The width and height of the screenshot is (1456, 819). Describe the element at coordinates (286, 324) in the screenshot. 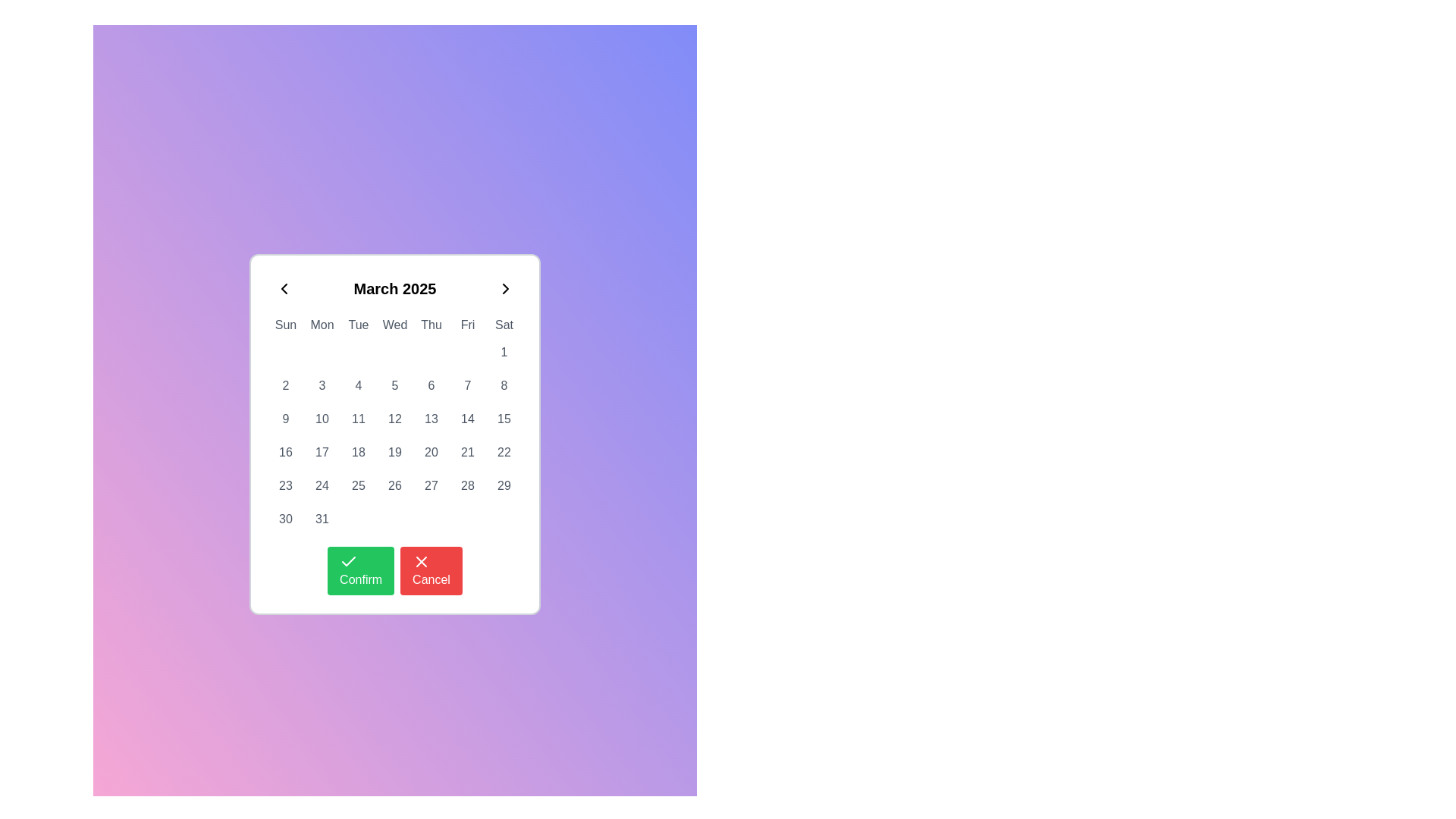

I see `the static text label representing 'Sun' in the calendar widget, which is located at the top-left of the calendar component, immediately to the left of 'Mon'` at that location.